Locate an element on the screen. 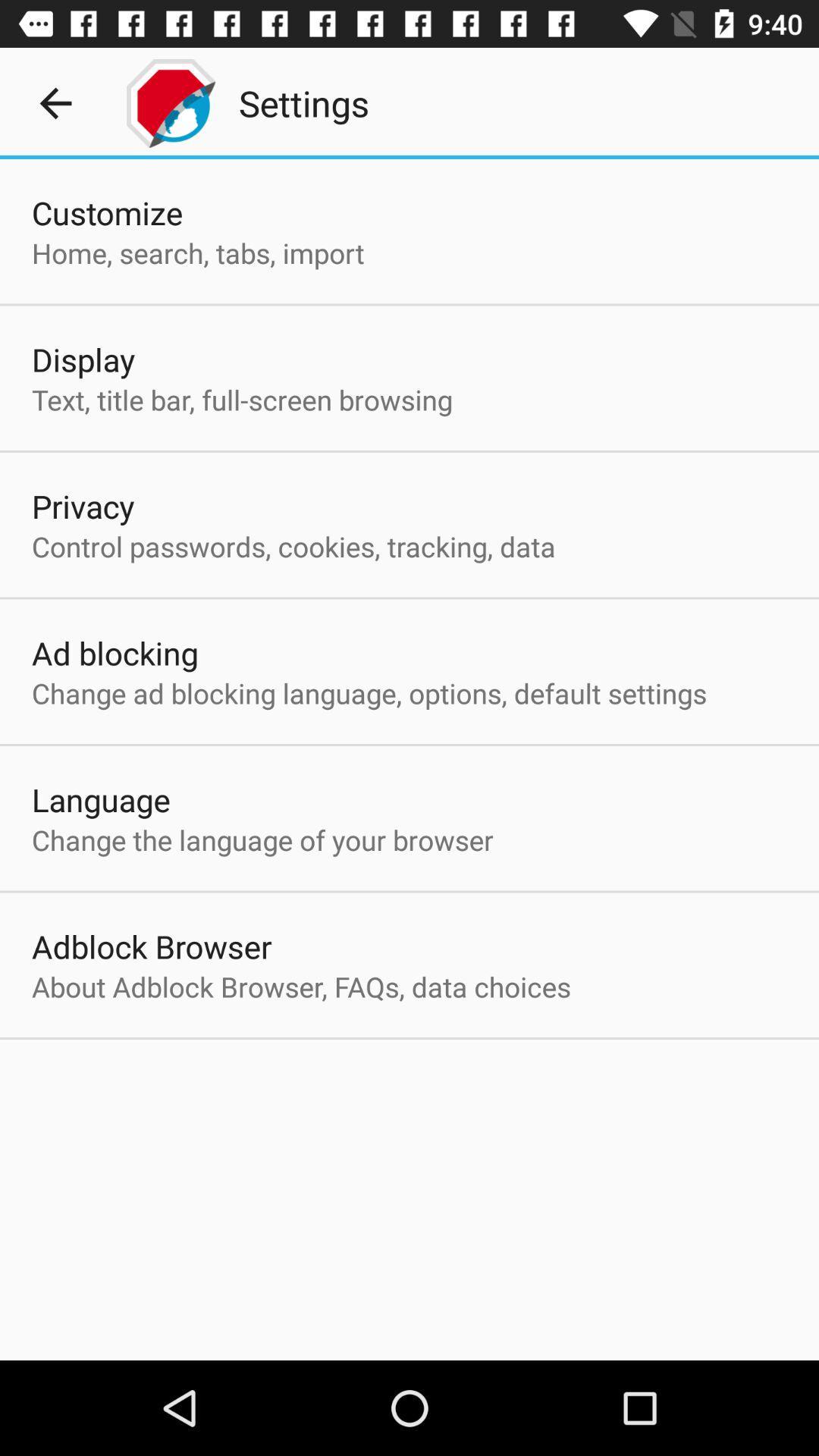 The image size is (819, 1456). control passwords cookies item is located at coordinates (293, 546).